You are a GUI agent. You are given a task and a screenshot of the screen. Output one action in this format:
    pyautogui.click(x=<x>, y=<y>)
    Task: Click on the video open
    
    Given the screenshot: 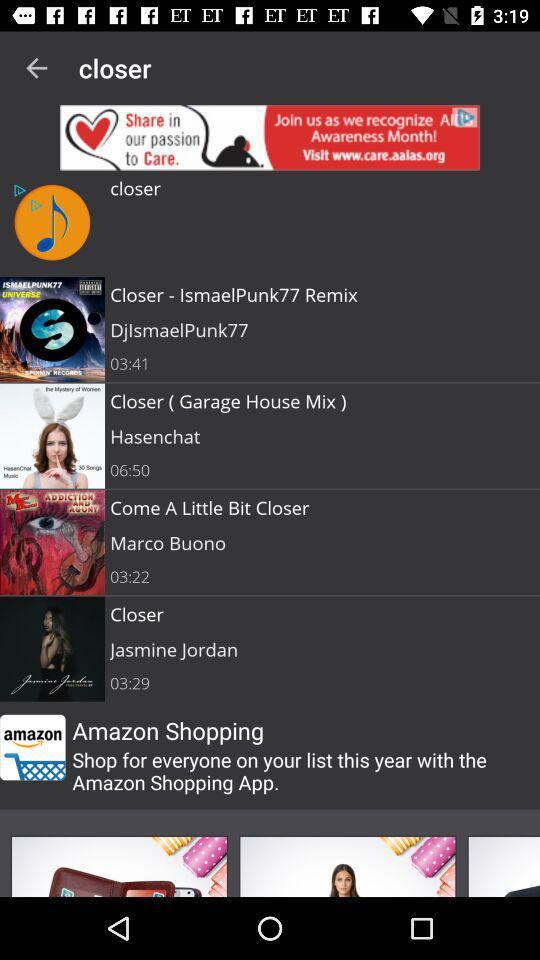 What is the action you would take?
    pyautogui.click(x=502, y=865)
    